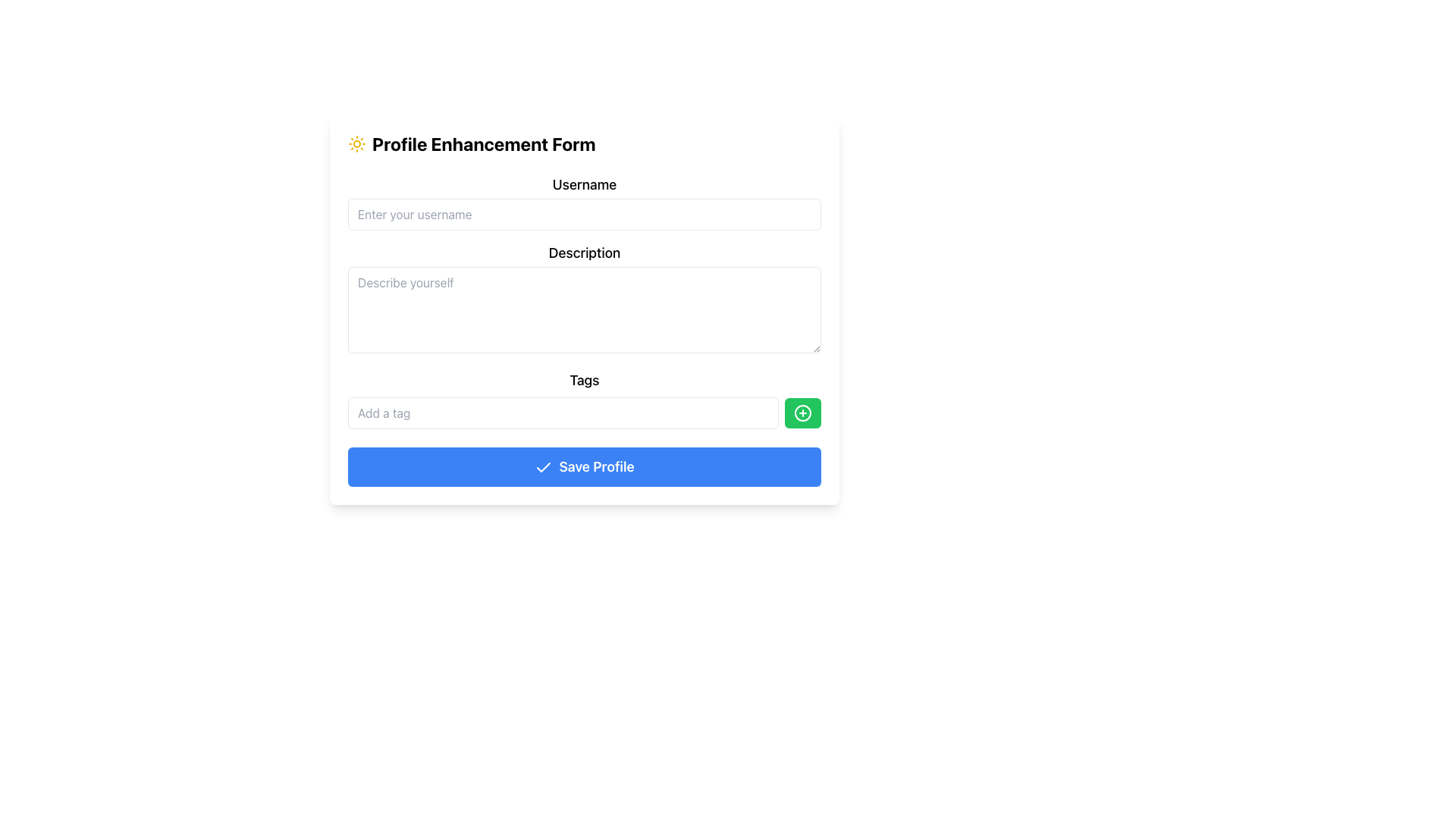 This screenshot has height=819, width=1456. What do you see at coordinates (802, 413) in the screenshot?
I see `the button with an embedded icon located in the 'Tags' section of the form` at bounding box center [802, 413].